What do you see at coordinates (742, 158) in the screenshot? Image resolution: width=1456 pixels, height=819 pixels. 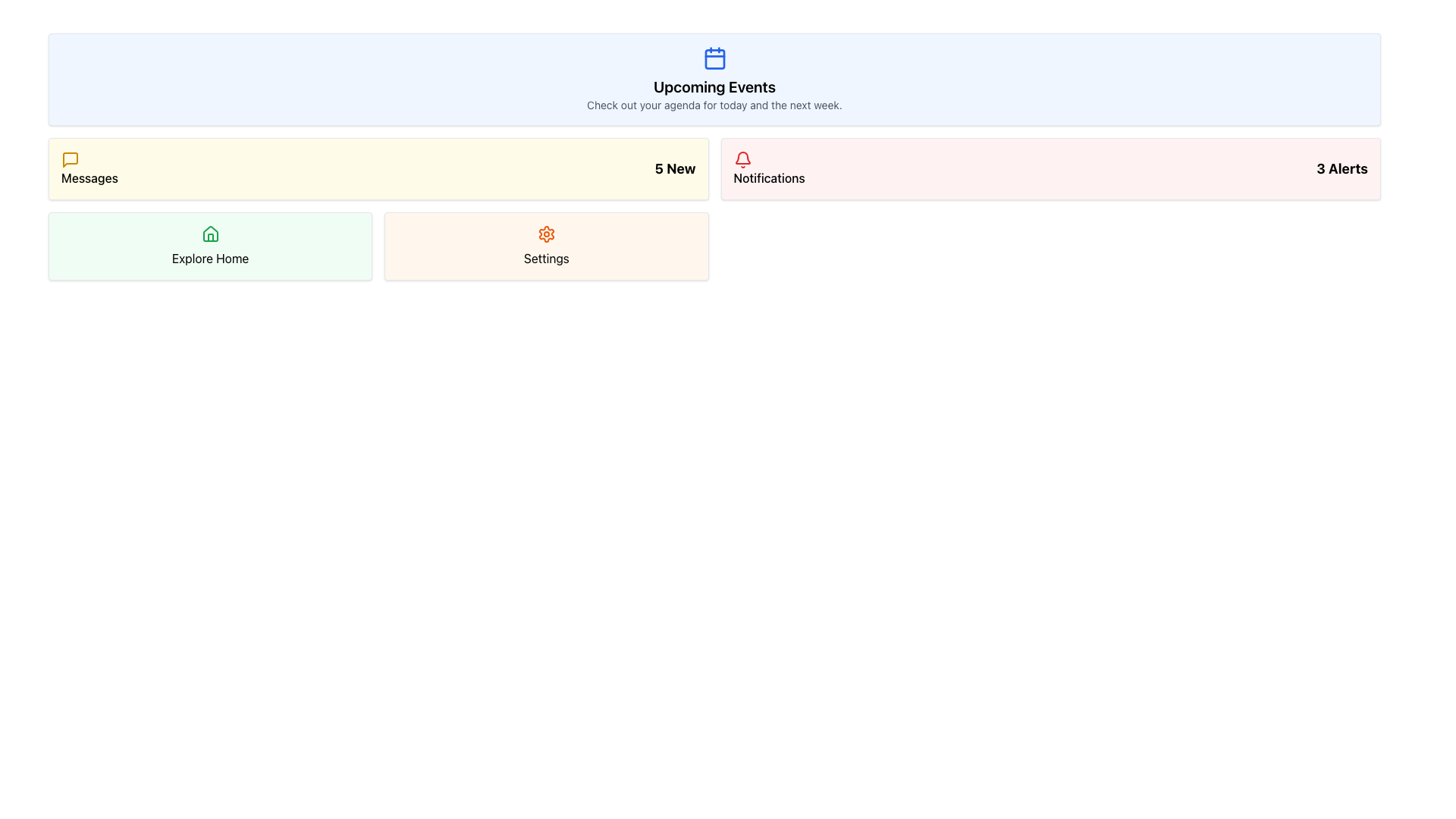 I see `the bell-shaped icon with a red border located centrally within the notification box above the 'Notifications' text` at bounding box center [742, 158].